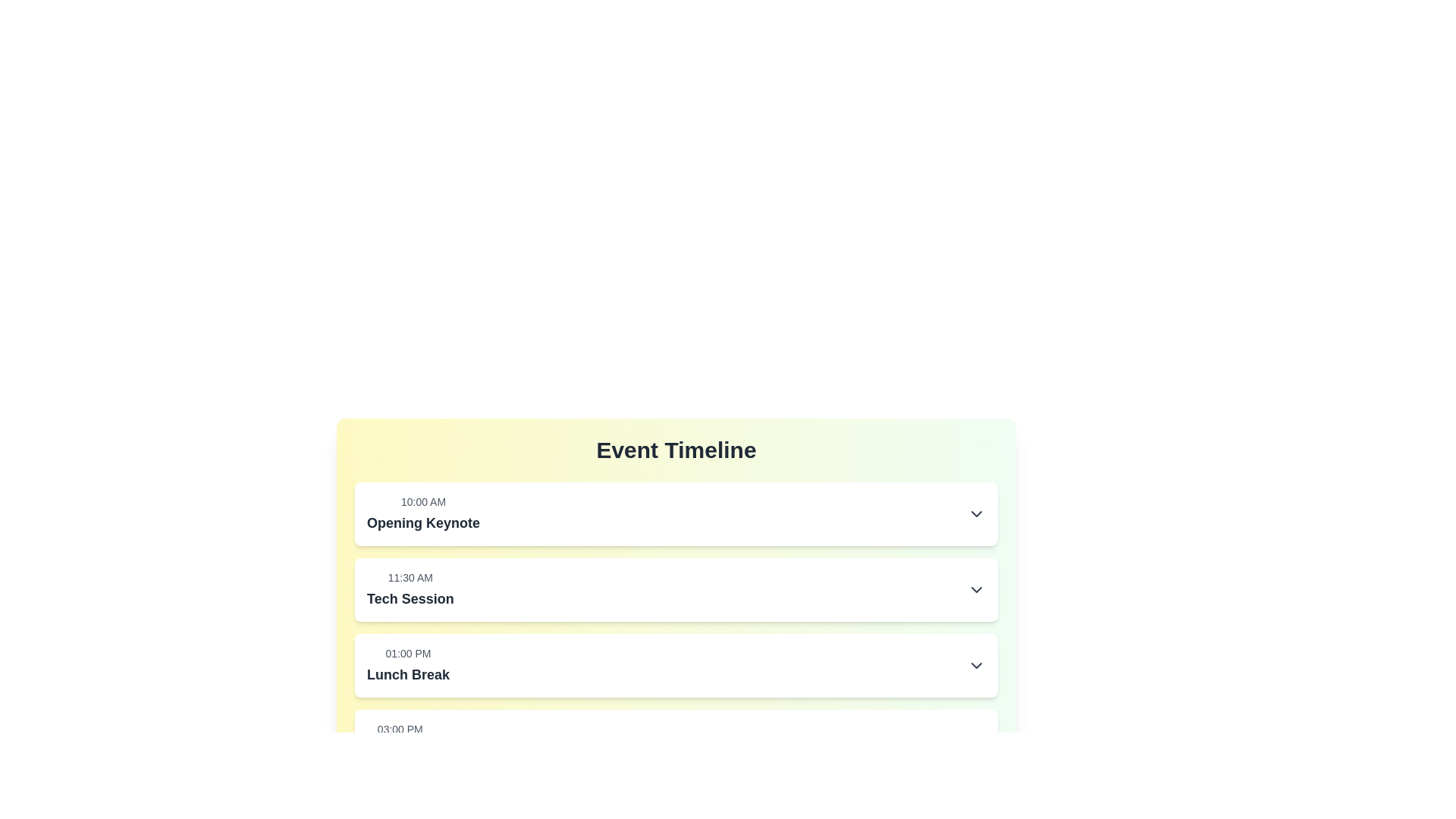 The height and width of the screenshot is (819, 1456). I want to click on the scheduled time label for the 'Tech Session' event, located in the top-left corner of its entry box, just above the title 'Tech Session', so click(410, 578).